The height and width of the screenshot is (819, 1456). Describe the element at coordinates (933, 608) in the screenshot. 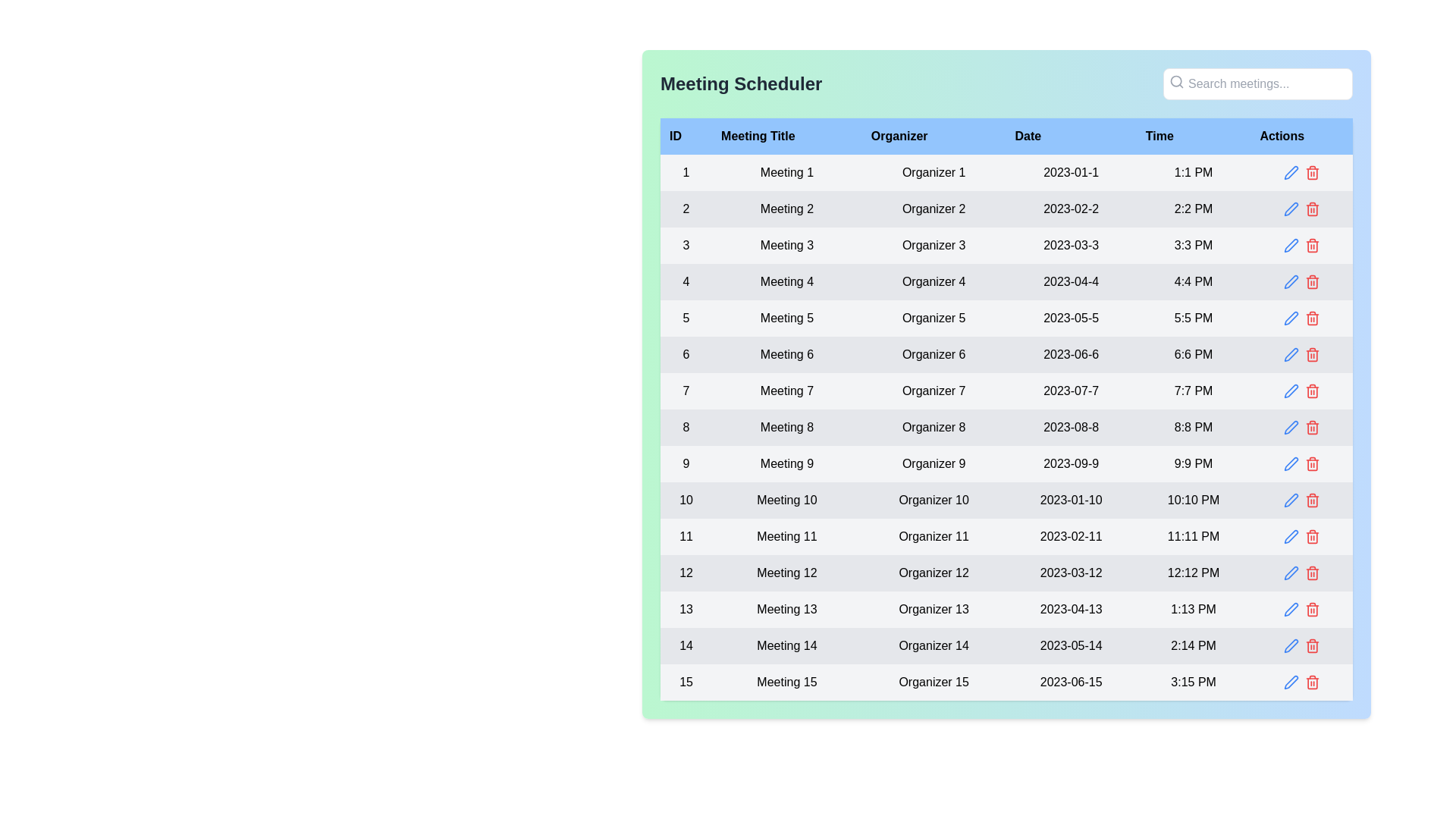

I see `the 'Organizer' text label for 'Meeting 13' in the table row labeled '13'` at that location.